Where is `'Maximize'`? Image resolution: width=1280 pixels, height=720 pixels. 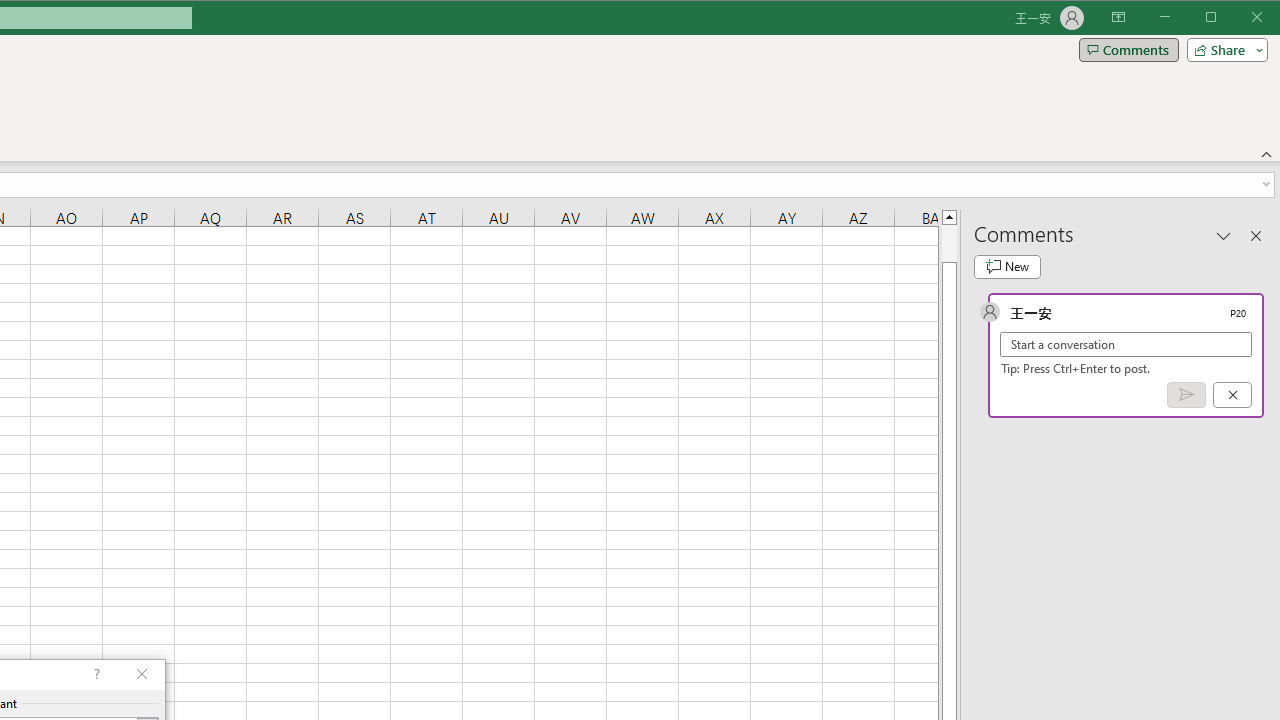 'Maximize' is located at coordinates (1238, 19).